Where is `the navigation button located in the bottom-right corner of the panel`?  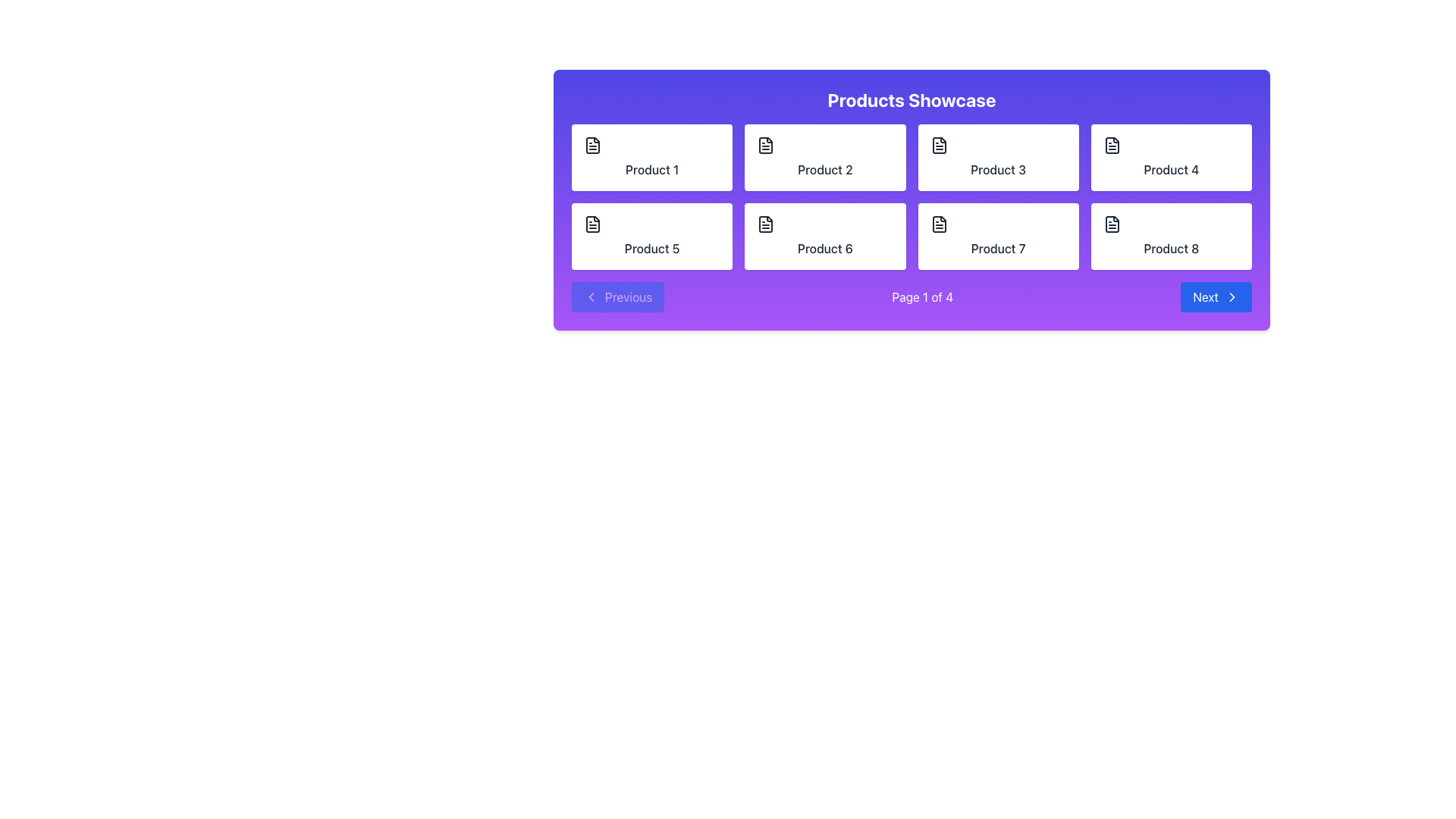 the navigation button located in the bottom-right corner of the panel is located at coordinates (1216, 297).